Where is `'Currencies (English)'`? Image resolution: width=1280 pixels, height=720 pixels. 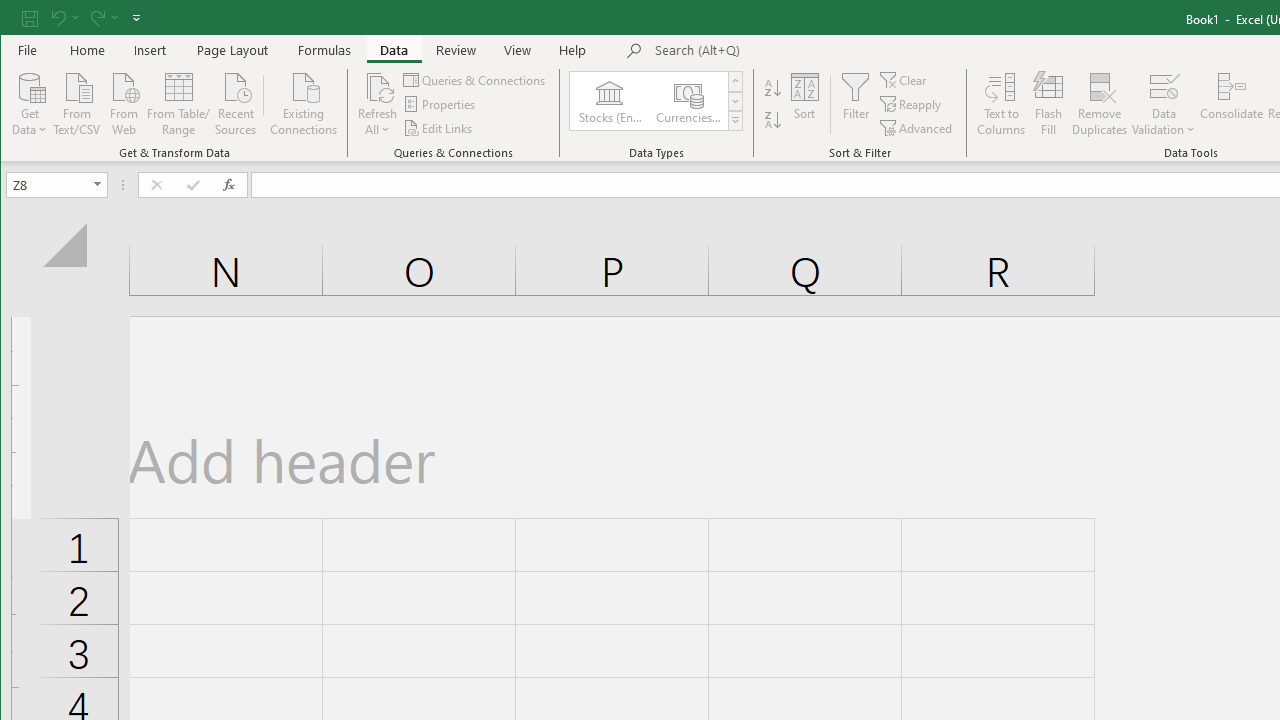
'Currencies (English)' is located at coordinates (688, 100).